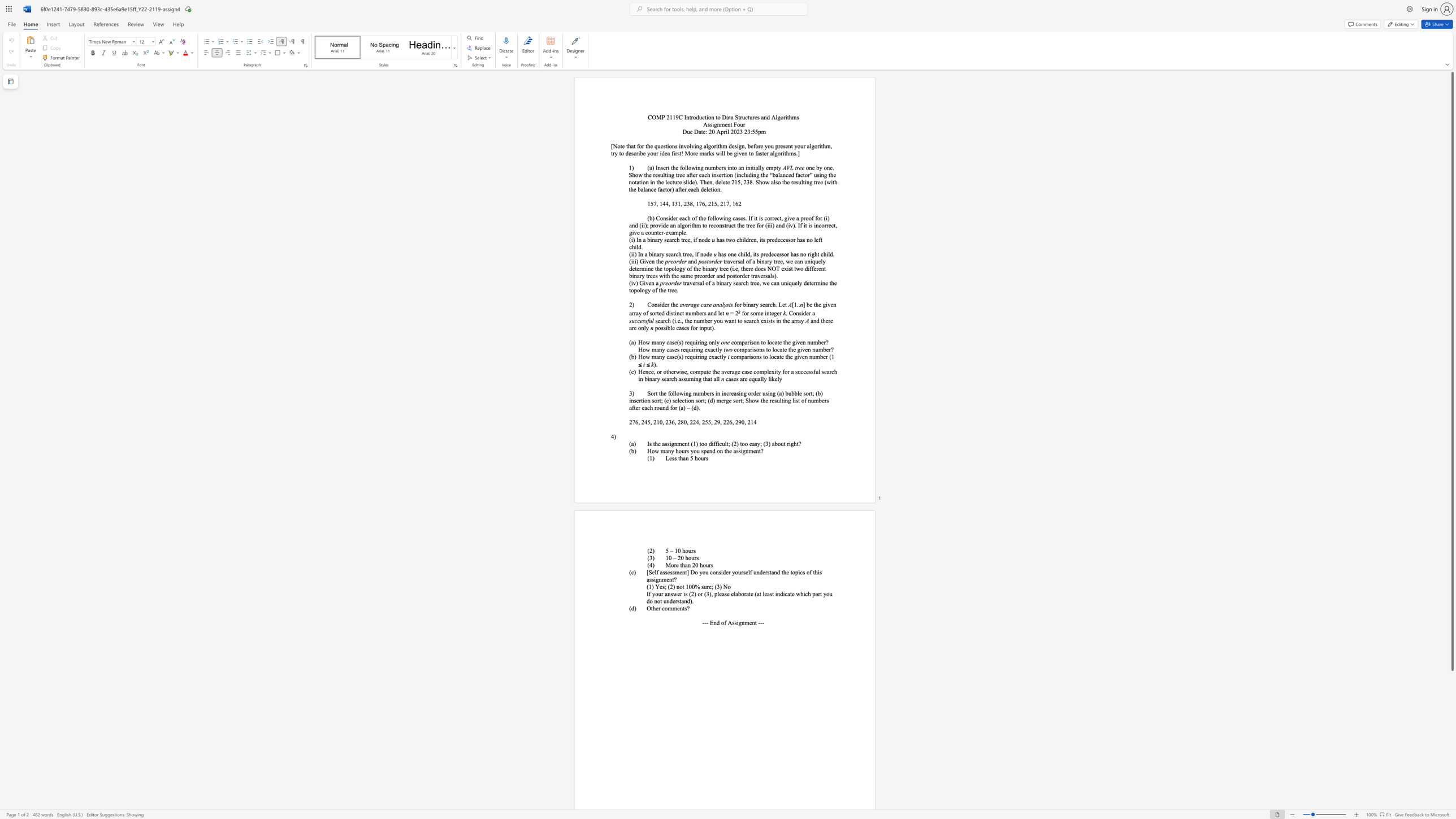 The image size is (1456, 819). Describe the element at coordinates (779, 239) in the screenshot. I see `the subset text "cessor has" within the text "has two children, its predecessor has no left child."` at that location.